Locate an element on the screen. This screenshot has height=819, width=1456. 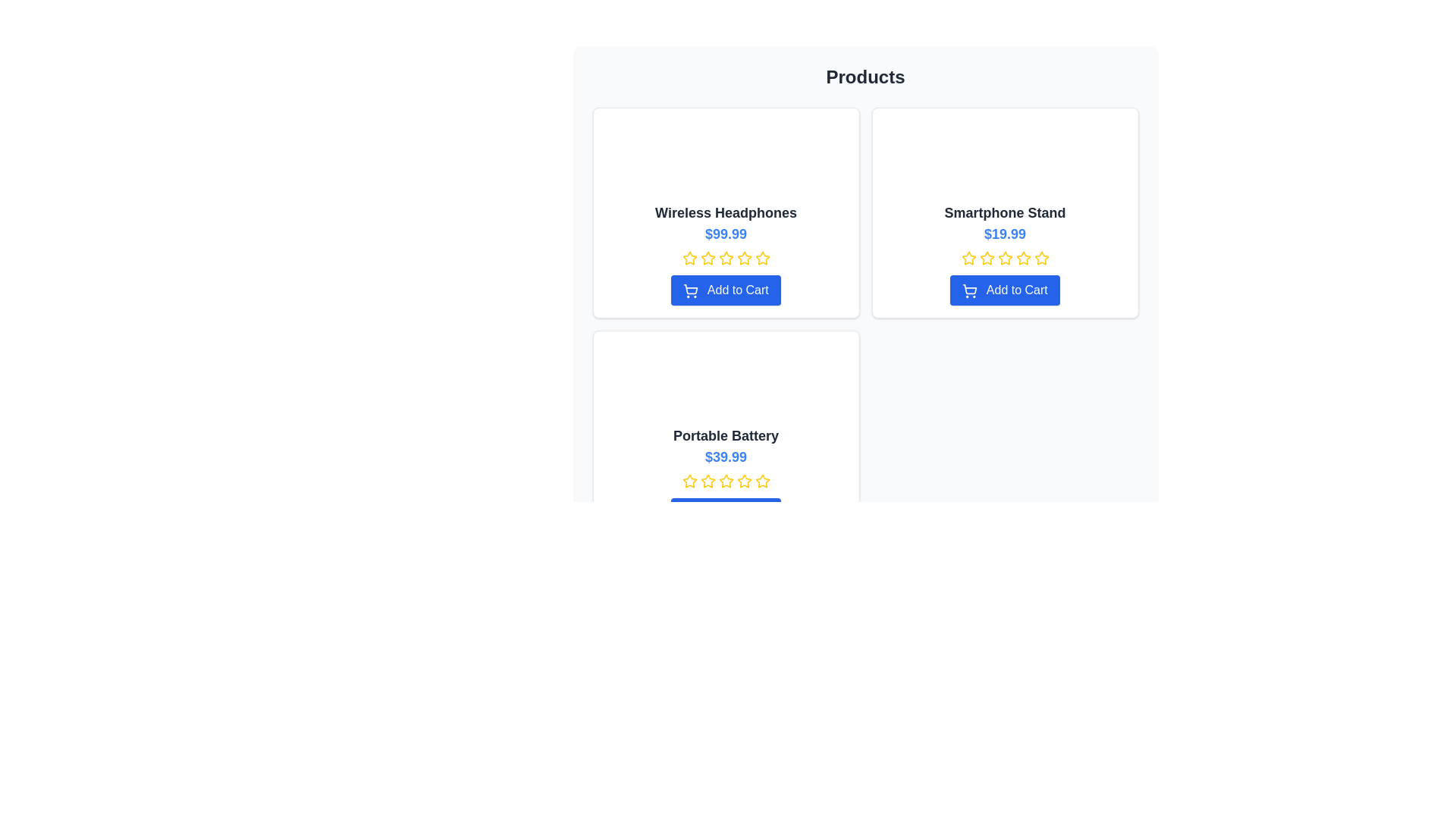
the first star is located at coordinates (968, 257).